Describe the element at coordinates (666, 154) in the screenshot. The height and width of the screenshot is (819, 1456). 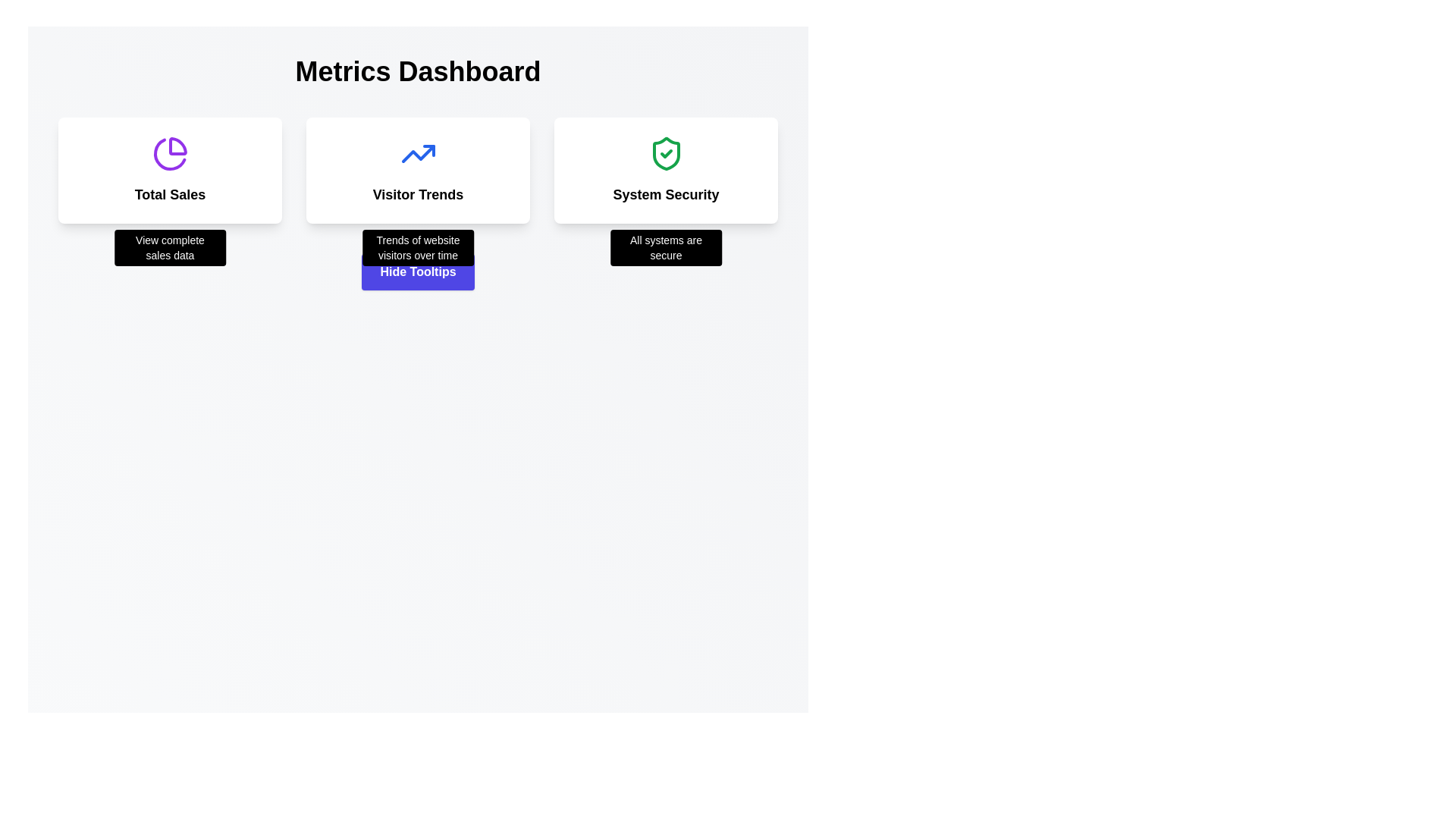
I see `system security icon located in the top section of the 'System Security' card, which is the third card in the row beneath the 'Metrics Dashboard' header` at that location.